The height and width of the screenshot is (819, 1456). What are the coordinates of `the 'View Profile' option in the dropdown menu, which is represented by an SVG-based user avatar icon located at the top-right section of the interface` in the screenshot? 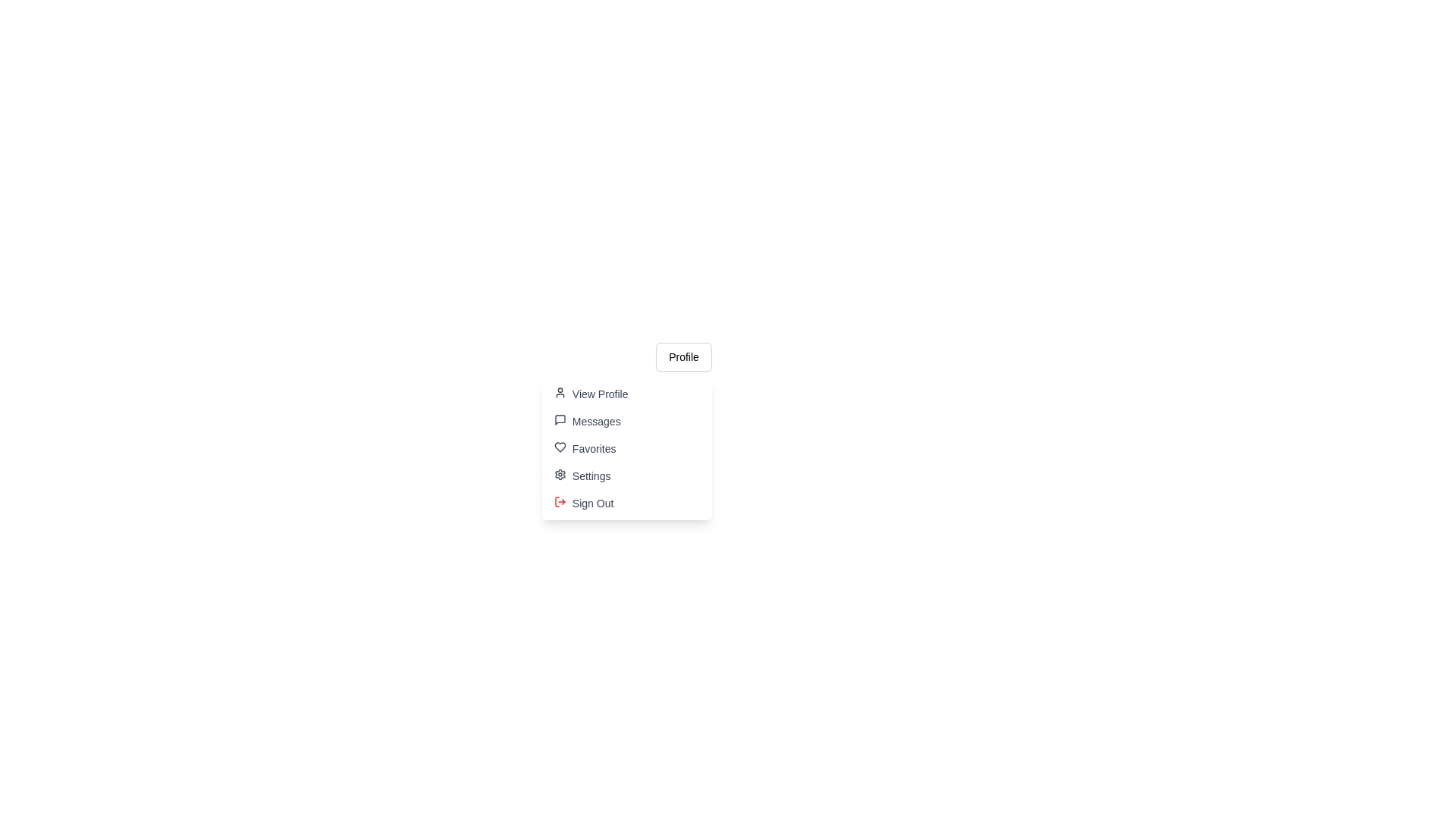 It's located at (559, 391).